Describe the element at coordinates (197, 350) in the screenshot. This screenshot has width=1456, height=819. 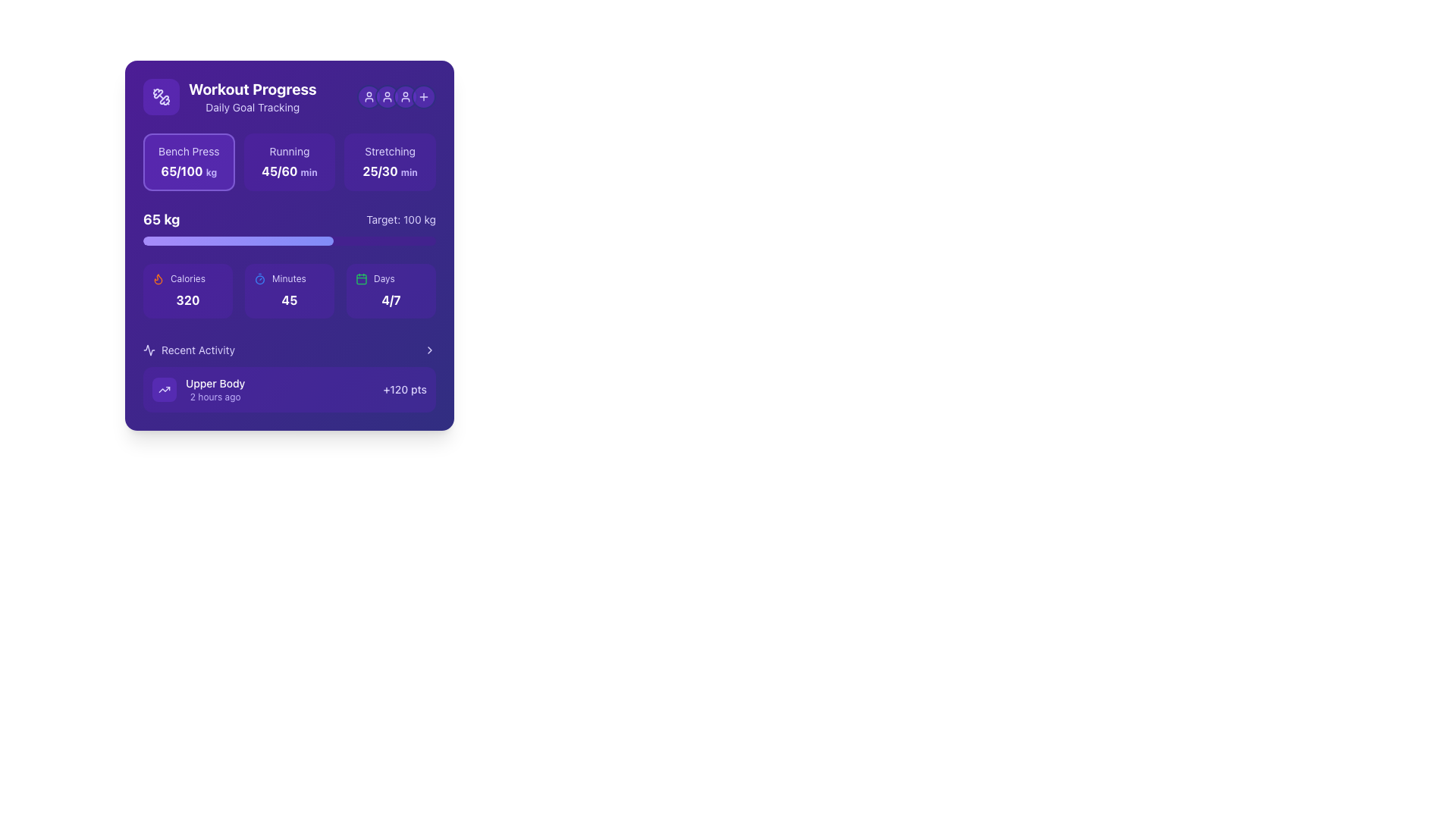
I see `the 'Recent Activity' text label, which is styled in white font on a purple background and located just above the 'Upper Body' section` at that location.